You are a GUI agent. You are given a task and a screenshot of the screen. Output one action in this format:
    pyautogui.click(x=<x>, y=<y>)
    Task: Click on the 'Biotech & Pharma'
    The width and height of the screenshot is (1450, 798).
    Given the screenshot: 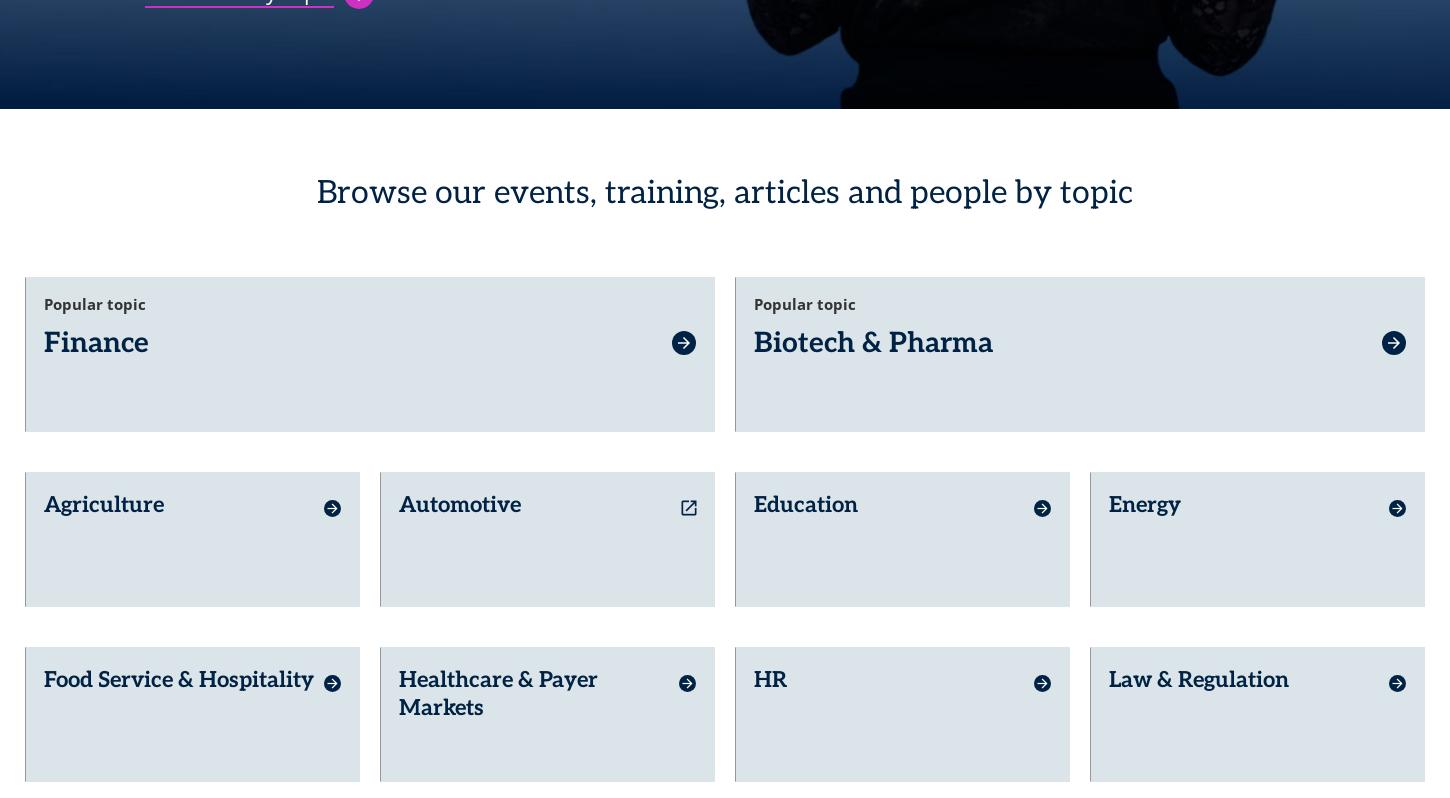 What is the action you would take?
    pyautogui.click(x=754, y=335)
    